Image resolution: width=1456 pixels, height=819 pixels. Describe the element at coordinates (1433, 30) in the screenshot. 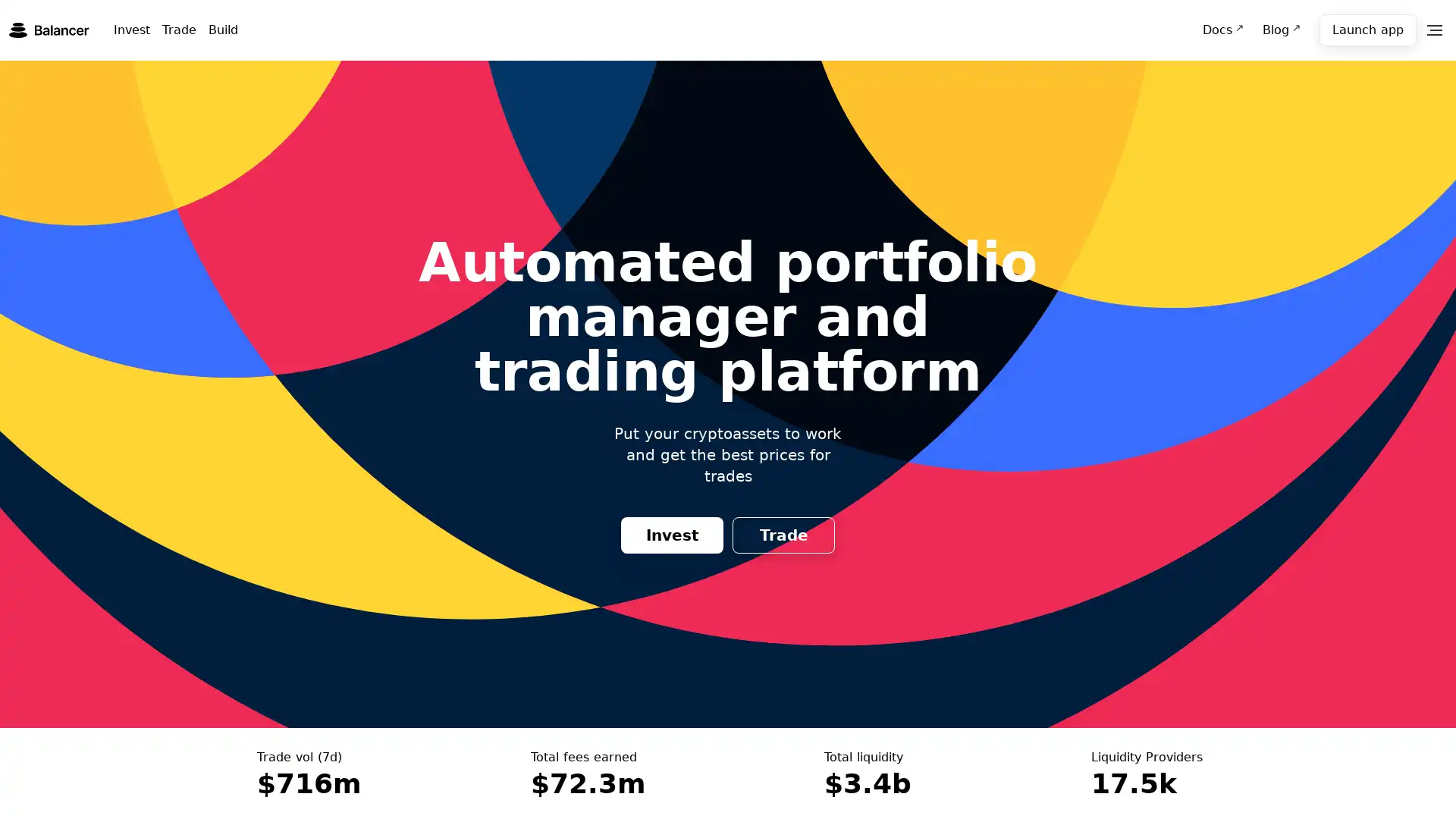

I see `Menu` at that location.